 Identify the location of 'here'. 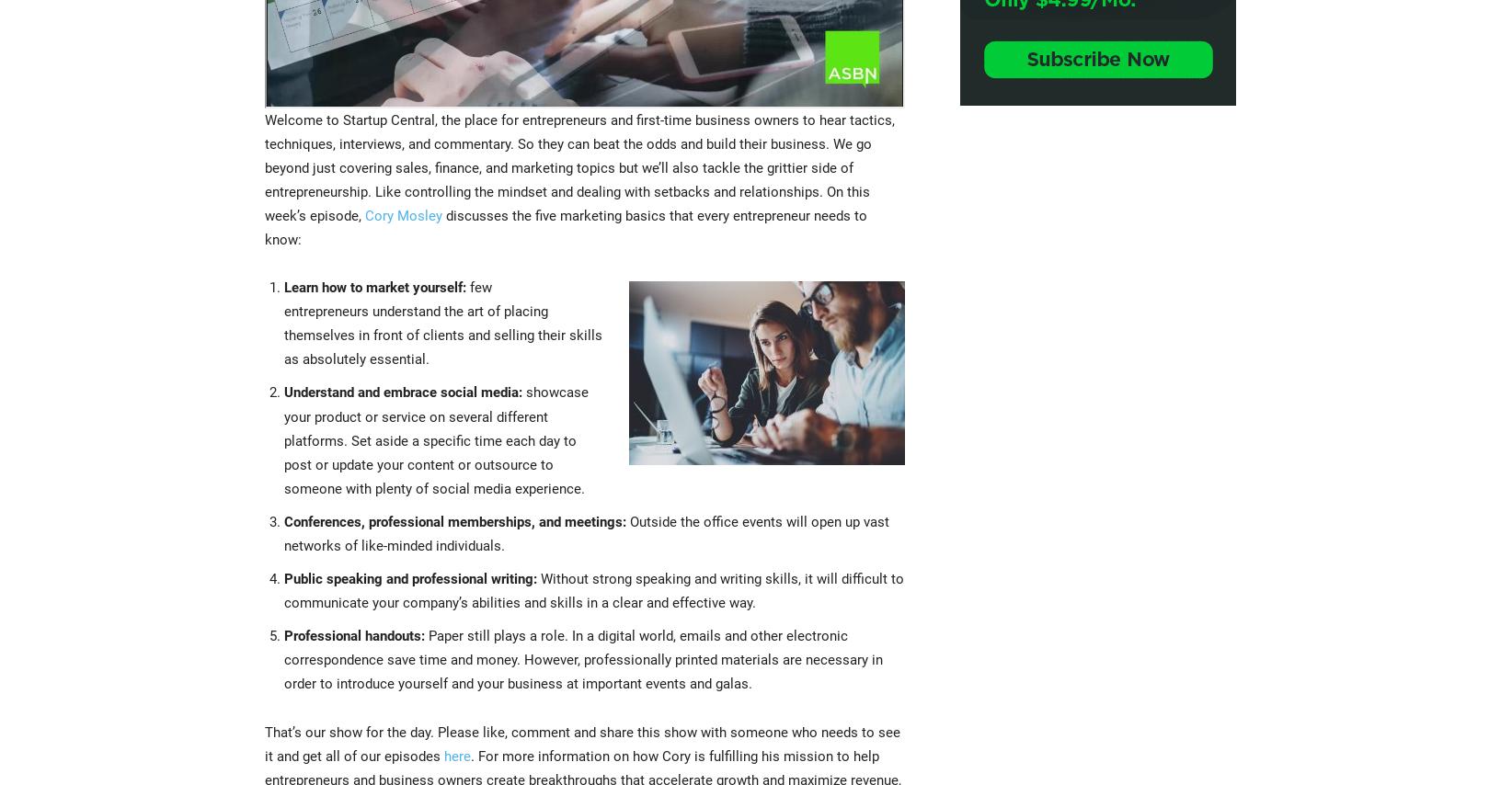
(441, 754).